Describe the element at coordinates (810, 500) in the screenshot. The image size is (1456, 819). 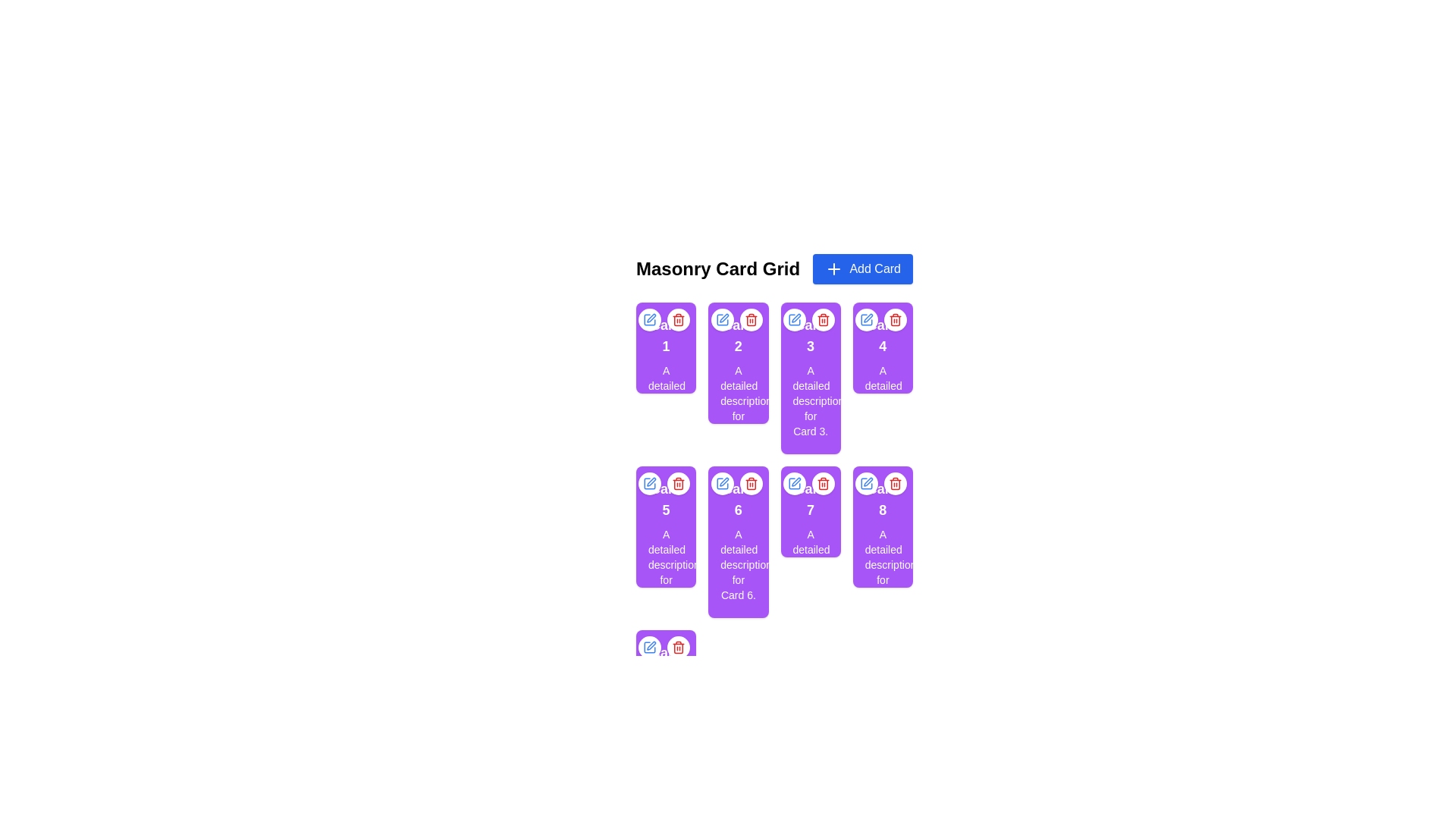
I see `the text label of 'Card 7', which is the title of the seventh card located in the second row and third column of the grid layout` at that location.